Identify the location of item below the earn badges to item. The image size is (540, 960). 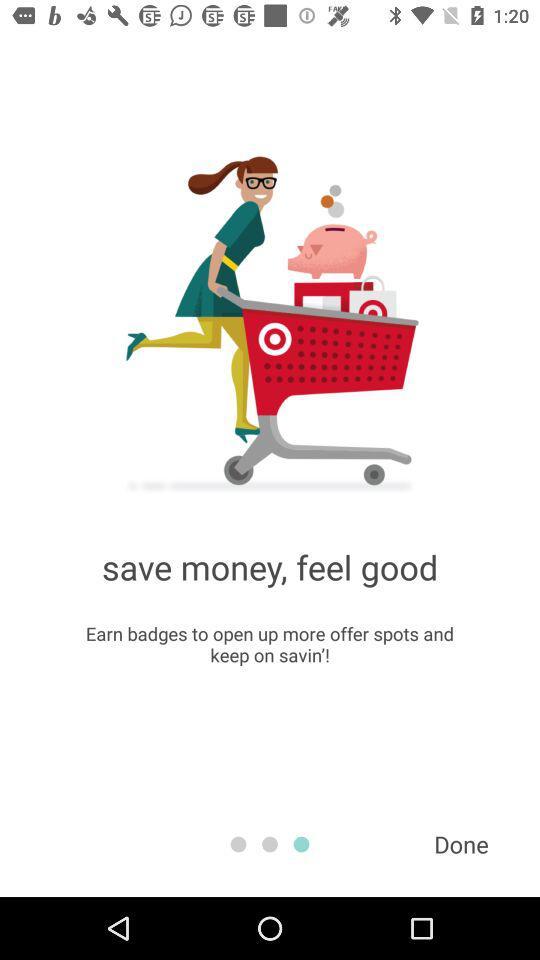
(461, 843).